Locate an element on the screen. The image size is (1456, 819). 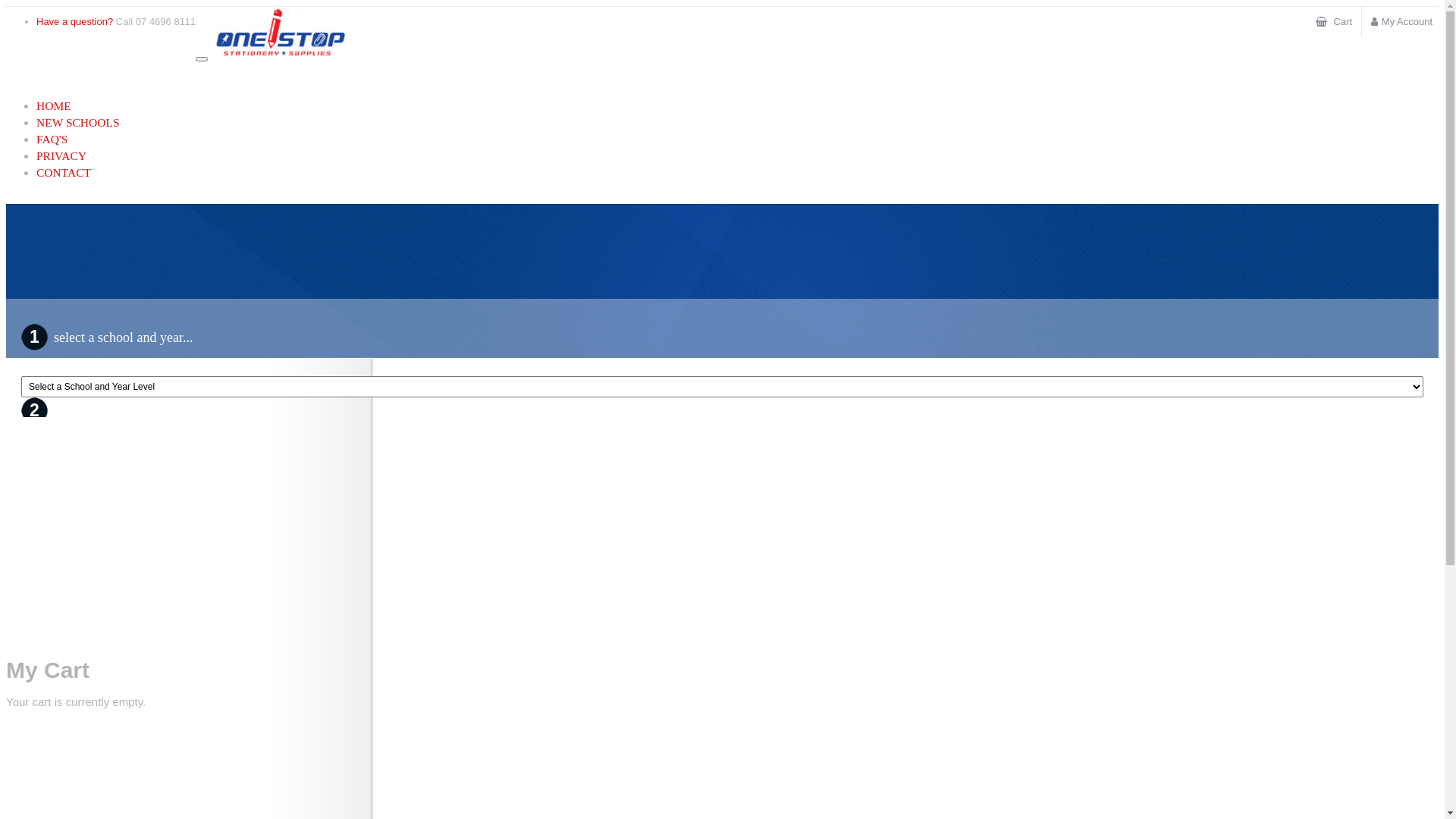
'PRIVACY' is located at coordinates (61, 155).